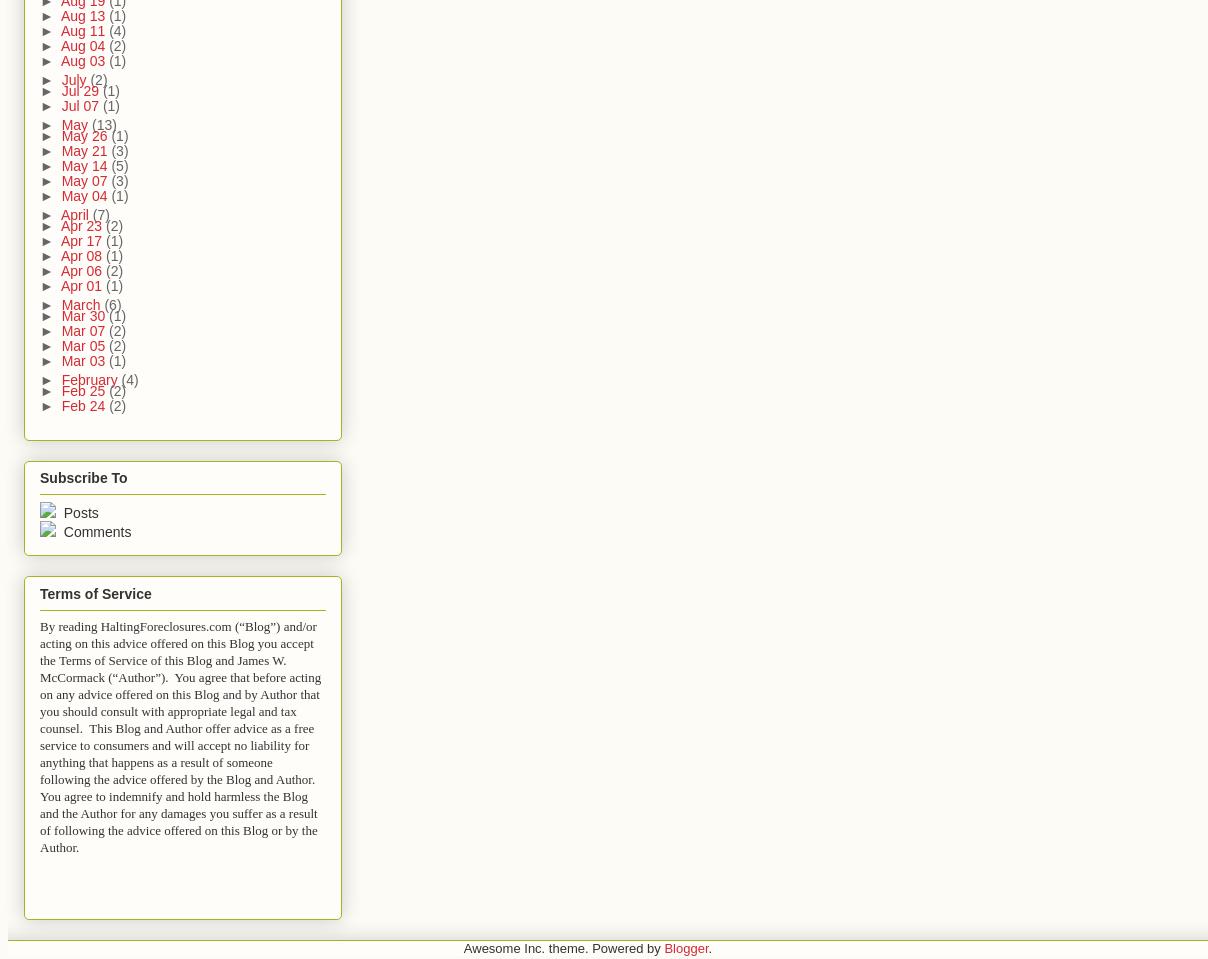  What do you see at coordinates (708, 947) in the screenshot?
I see `'.'` at bounding box center [708, 947].